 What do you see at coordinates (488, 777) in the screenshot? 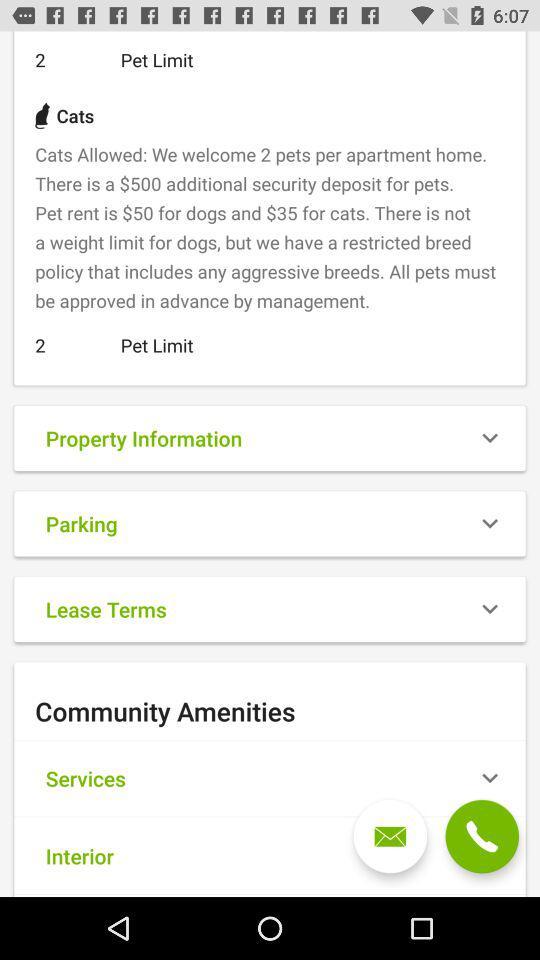
I see `the drop down button right to services` at bounding box center [488, 777].